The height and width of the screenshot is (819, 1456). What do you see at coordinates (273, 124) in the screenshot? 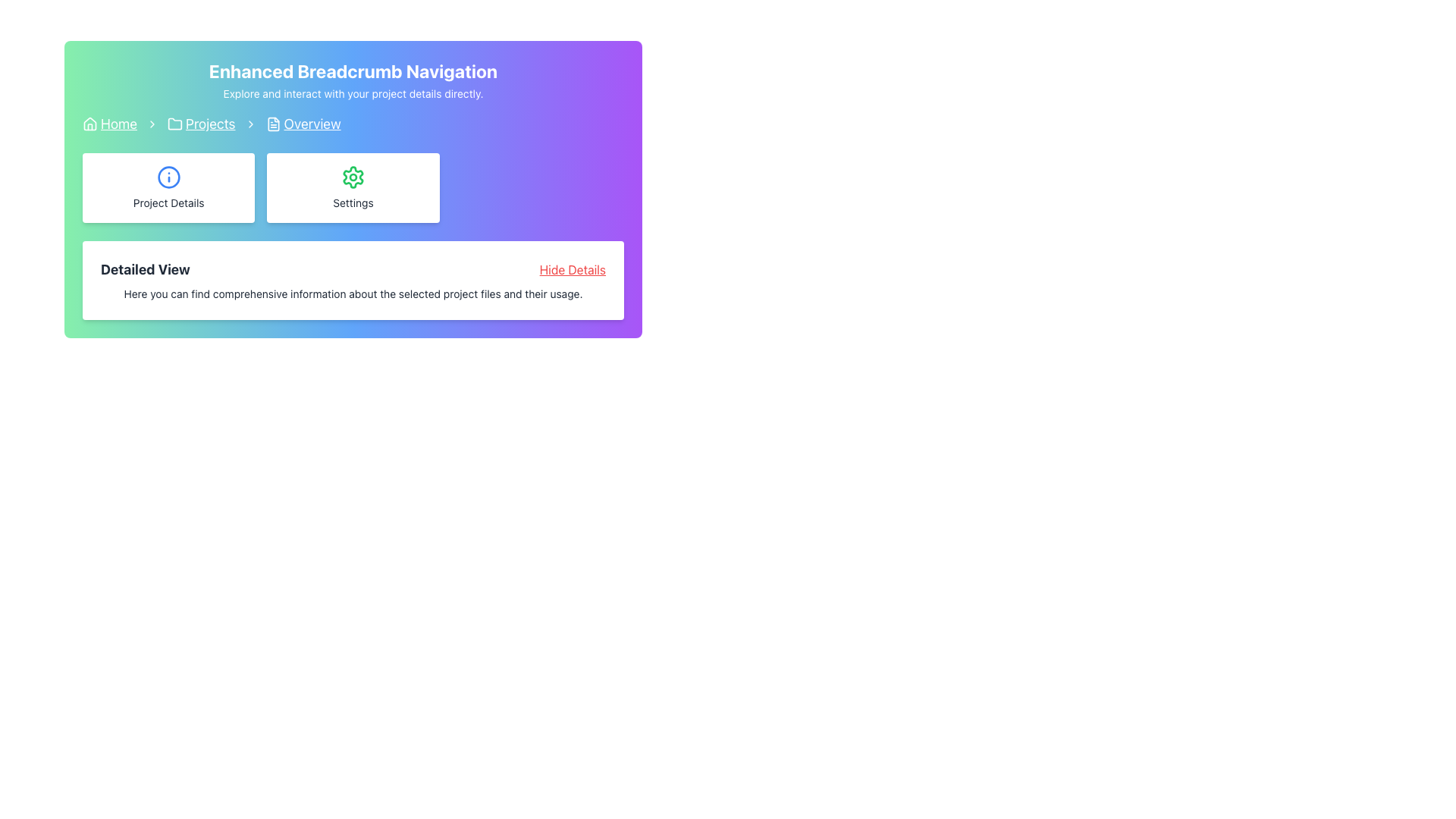
I see `the 'Overview' icon in the breadcrumb navigation, which is located to the immediate left of the text 'Overview' at the top section of the interface` at bounding box center [273, 124].